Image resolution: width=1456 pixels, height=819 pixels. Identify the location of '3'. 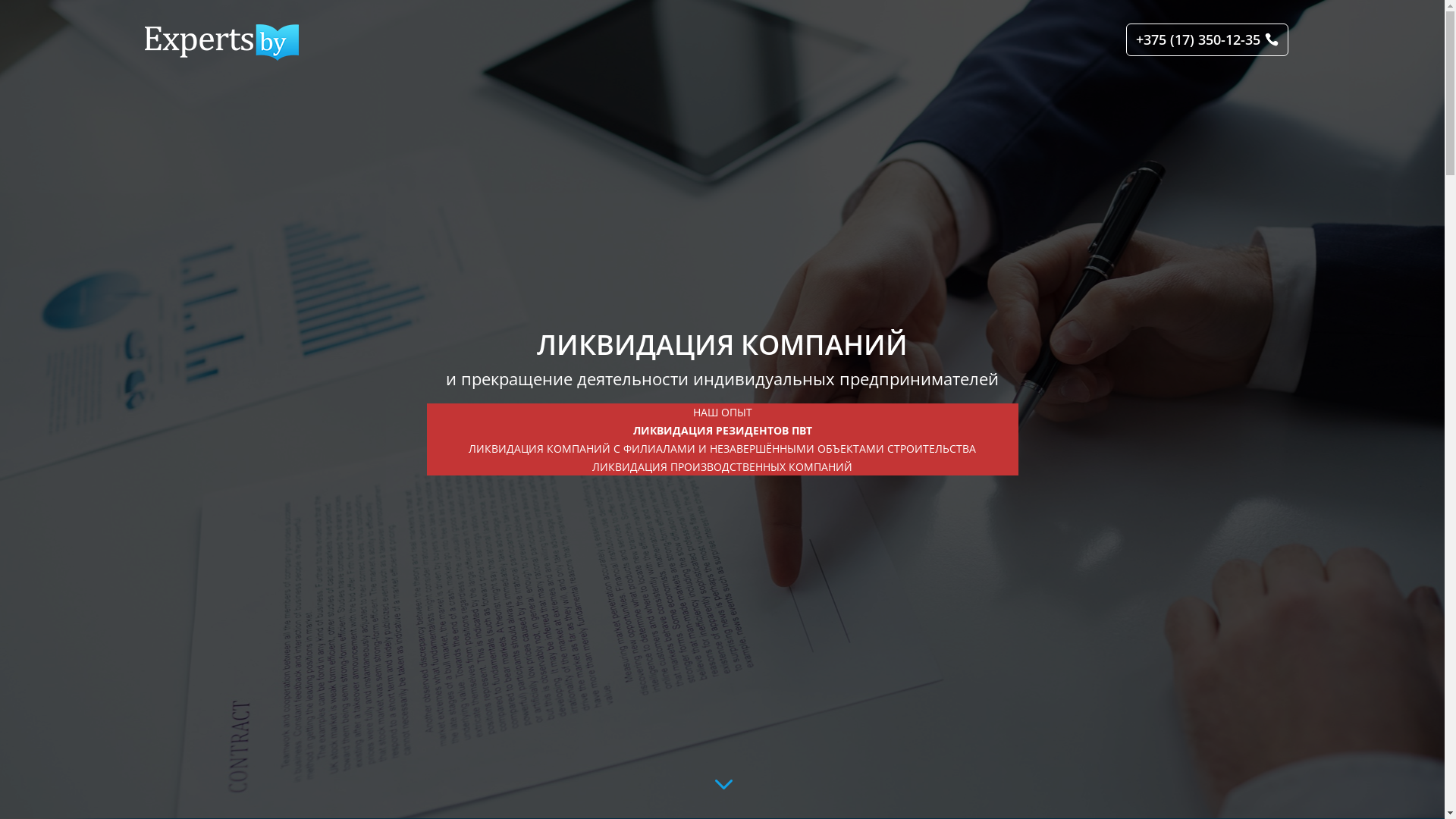
(721, 783).